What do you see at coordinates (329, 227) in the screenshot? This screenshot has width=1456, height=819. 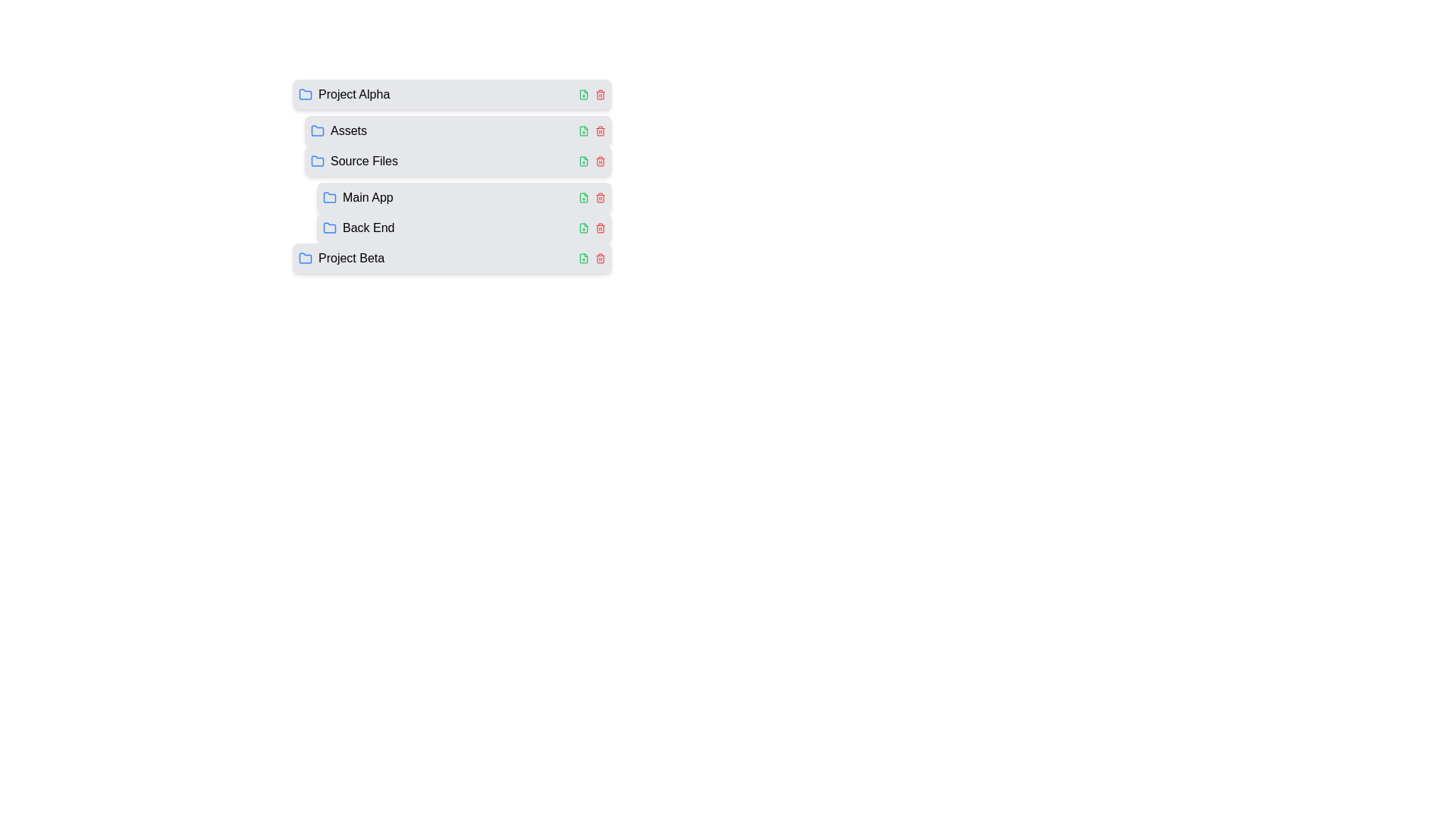 I see `the folder icon with a light blue outline and white background, located to the left of the 'Back End' list item in the nested list view` at bounding box center [329, 227].